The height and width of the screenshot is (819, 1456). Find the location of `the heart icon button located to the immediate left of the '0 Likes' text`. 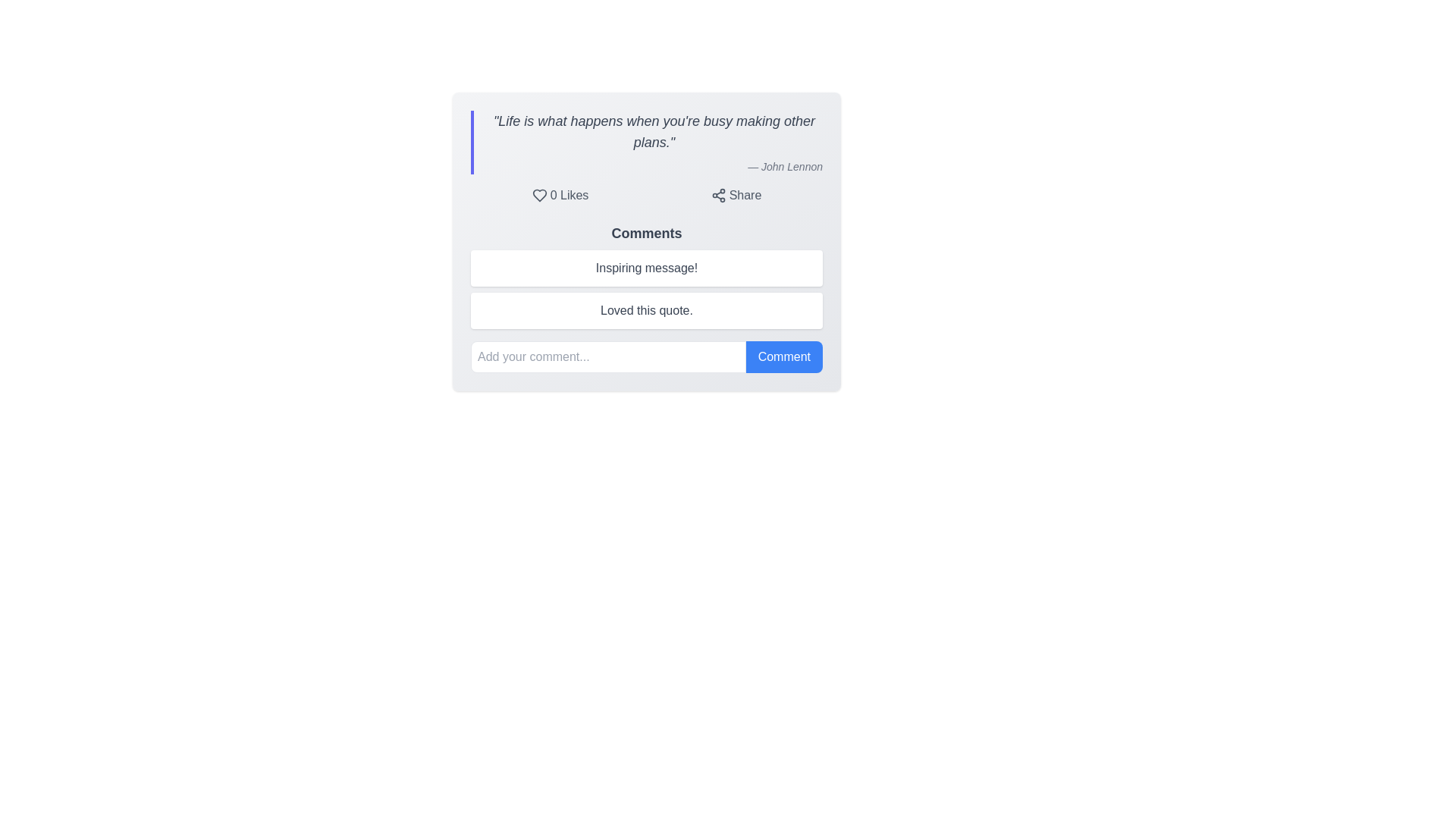

the heart icon button located to the immediate left of the '0 Likes' text is located at coordinates (539, 195).